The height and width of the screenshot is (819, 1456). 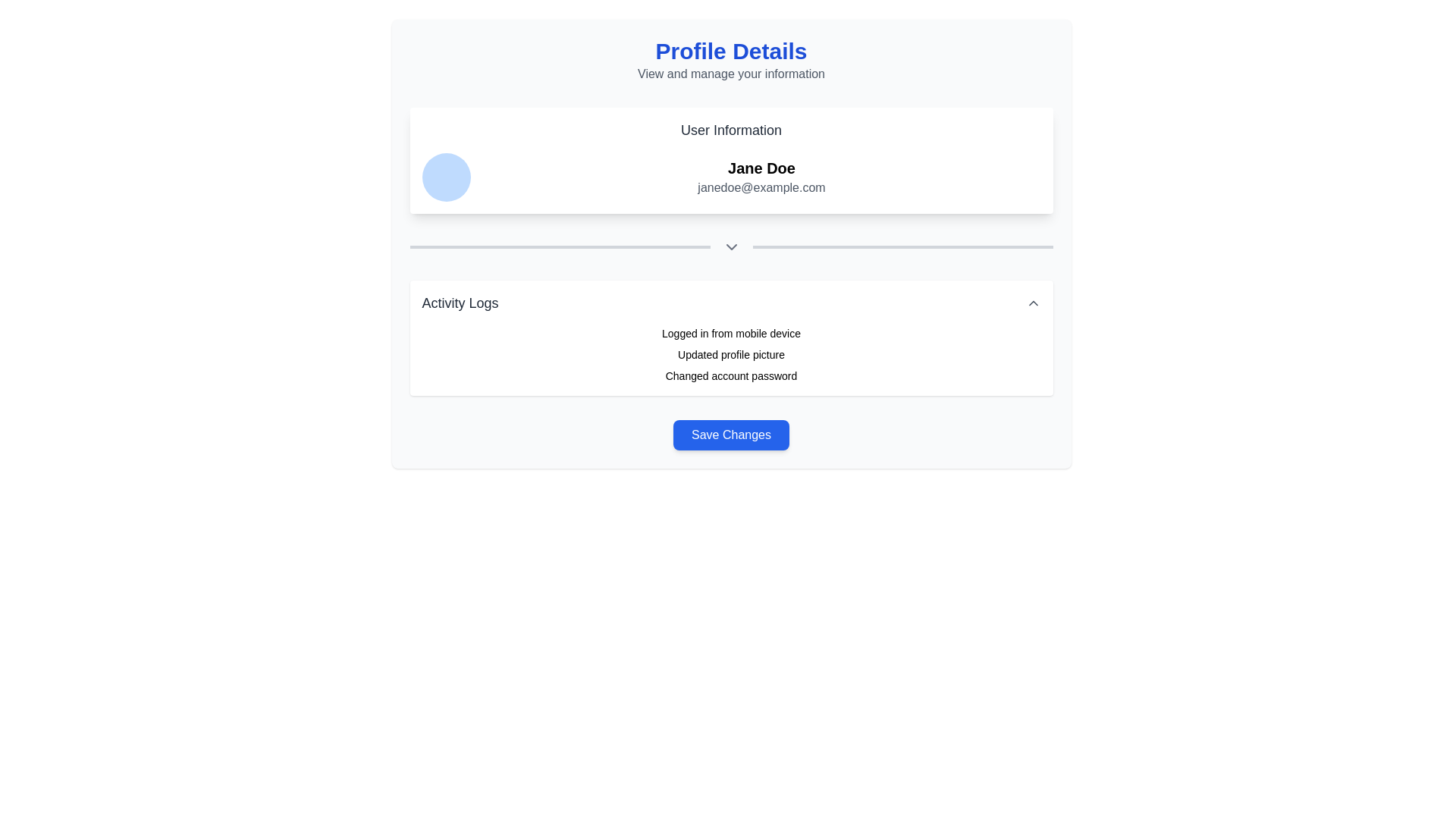 What do you see at coordinates (731, 246) in the screenshot?
I see `the decorative boundary and icon located in the middle section of the interface, beneath the 'User Information' section and before the 'Activity Logs' section` at bounding box center [731, 246].